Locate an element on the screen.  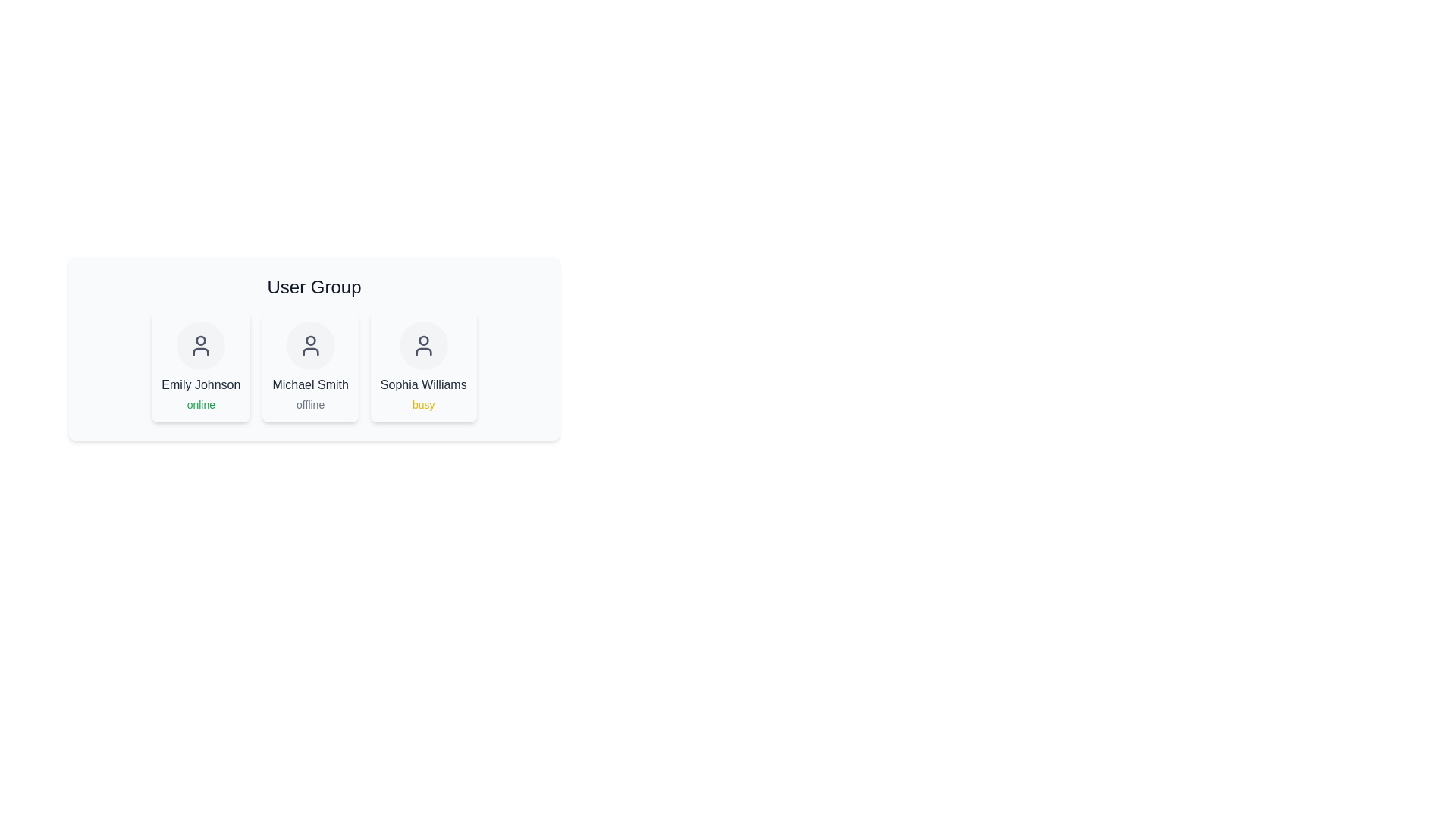
displayed name 'Sophia Williams' from the text label located in the bottom section of the user profile card, which is the third card under the 'User Group' heading is located at coordinates (423, 384).